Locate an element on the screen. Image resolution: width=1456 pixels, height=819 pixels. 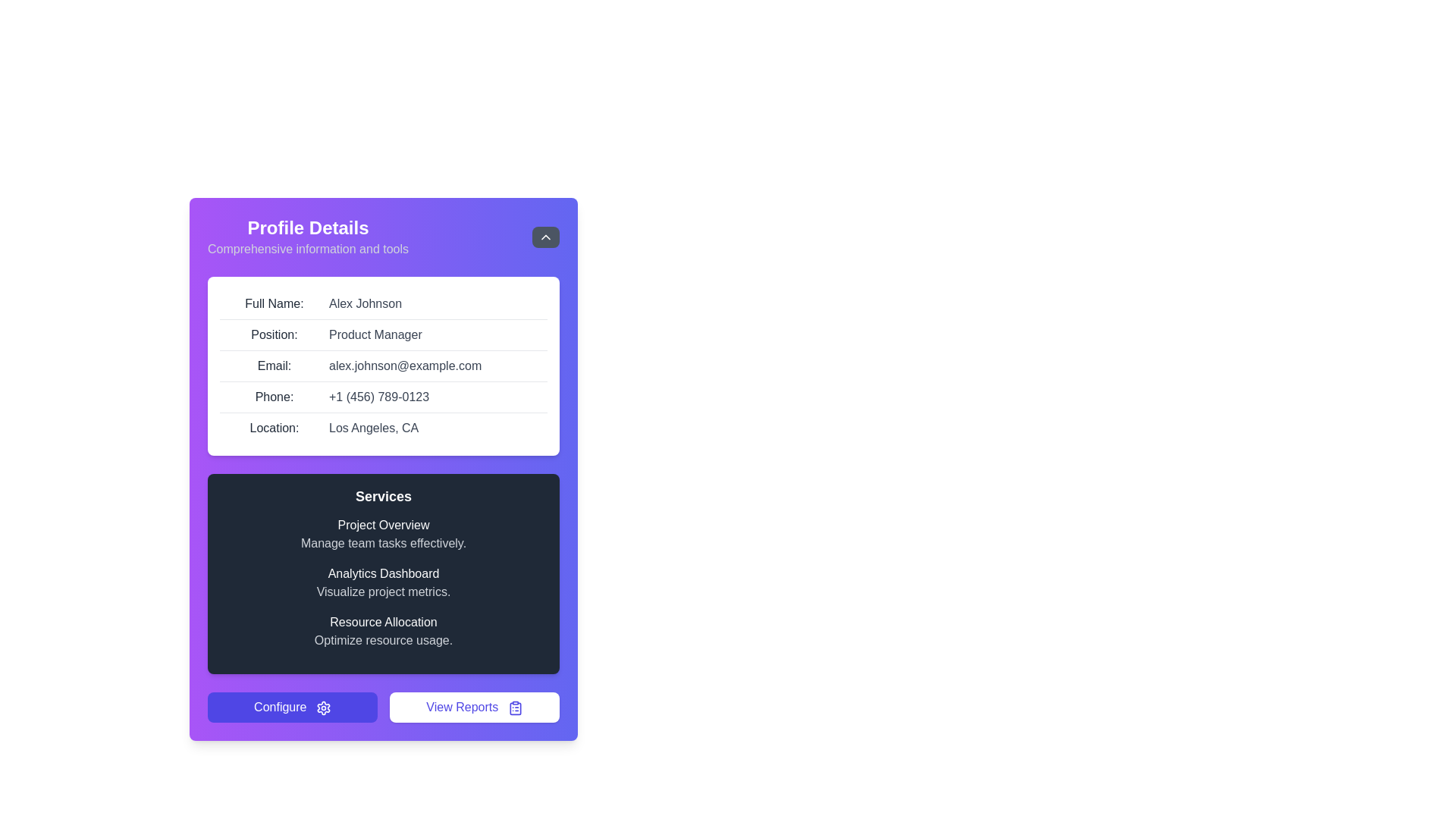
the text label pair displaying 'Los Angeles, CA' under the label 'Location:' in the profile details section is located at coordinates (383, 428).